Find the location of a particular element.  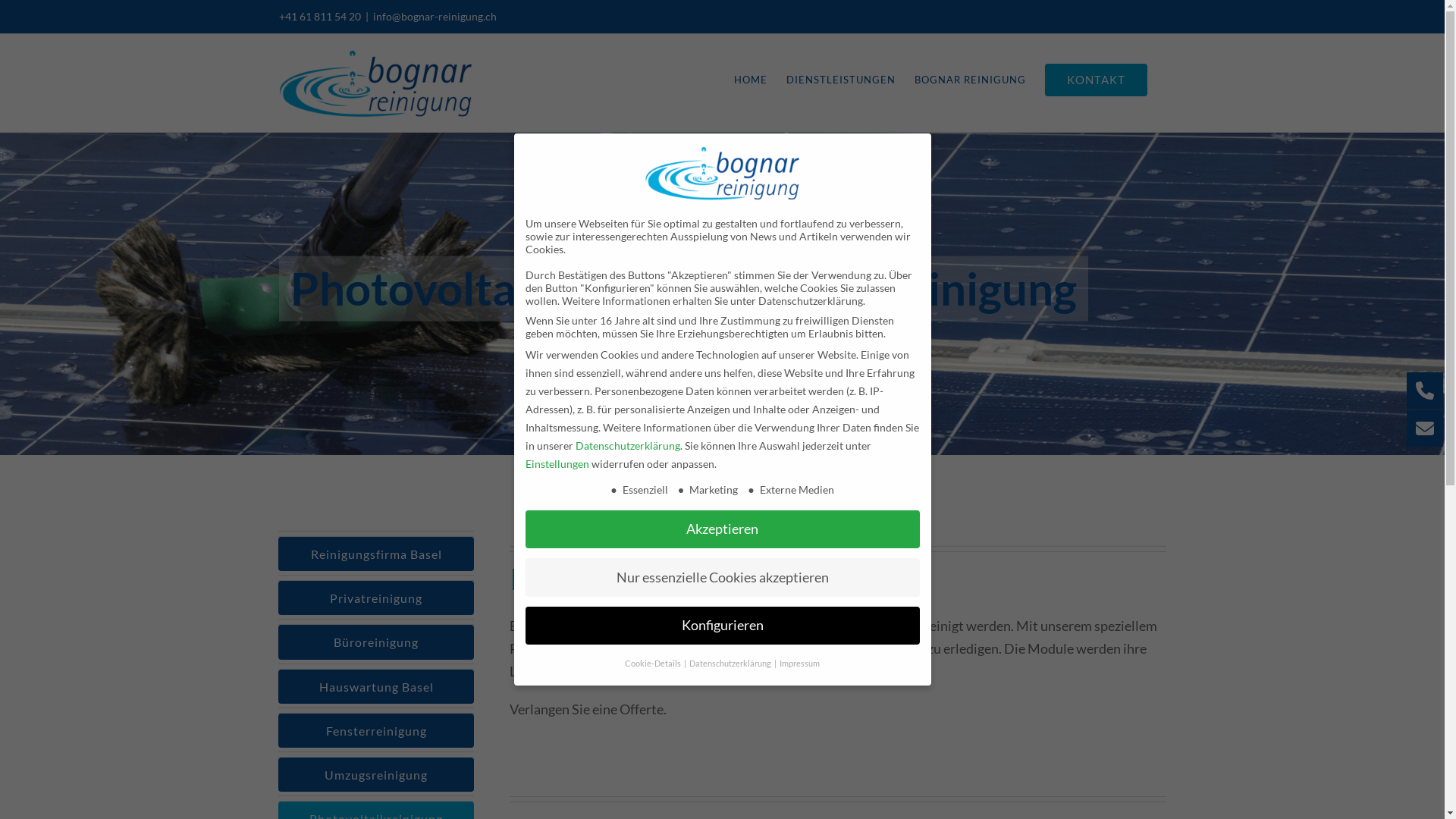

'DIENSTLEISTUNGEN' is located at coordinates (839, 79).